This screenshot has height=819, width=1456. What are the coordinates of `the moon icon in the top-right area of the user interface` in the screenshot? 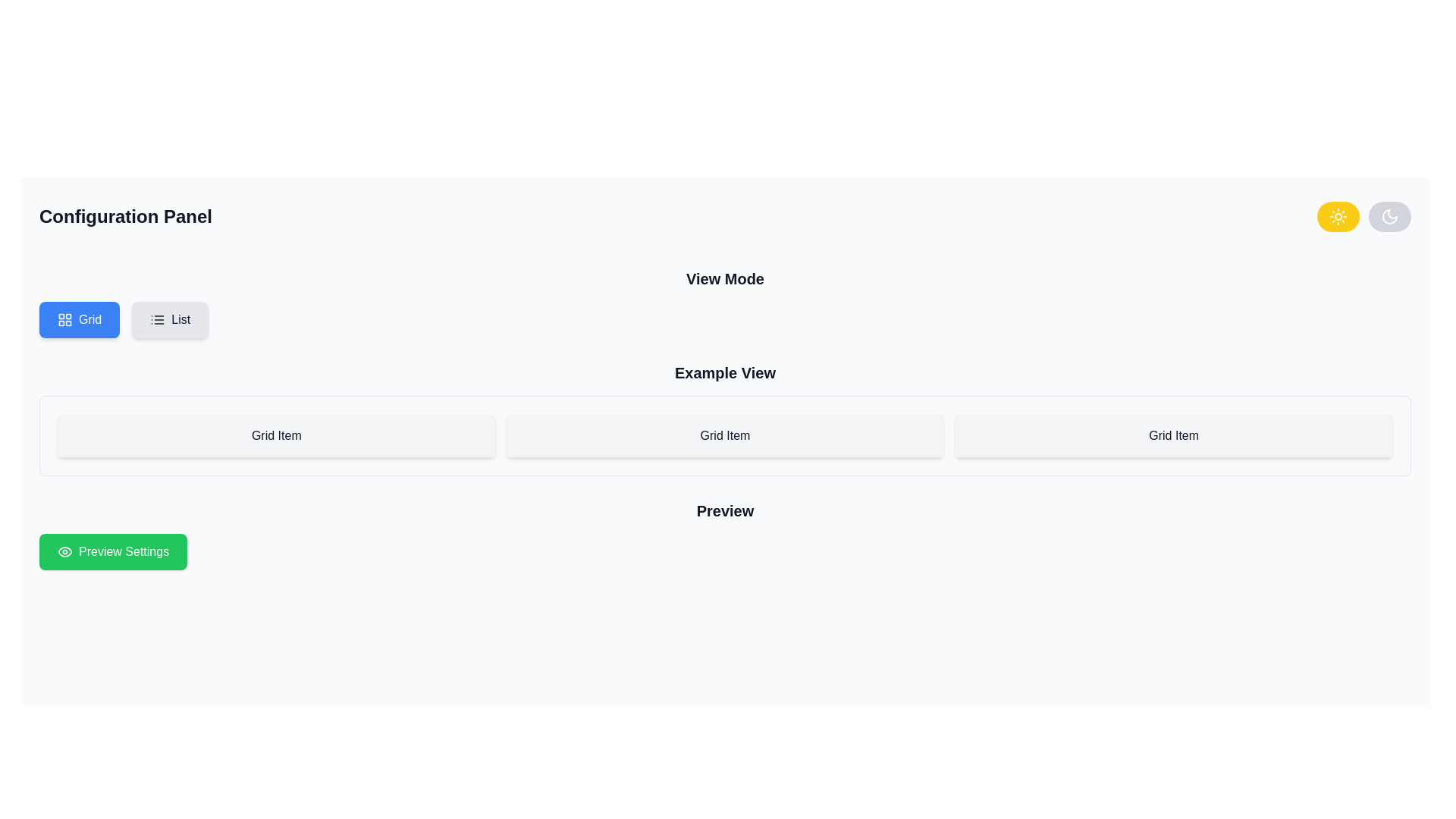 It's located at (1390, 216).